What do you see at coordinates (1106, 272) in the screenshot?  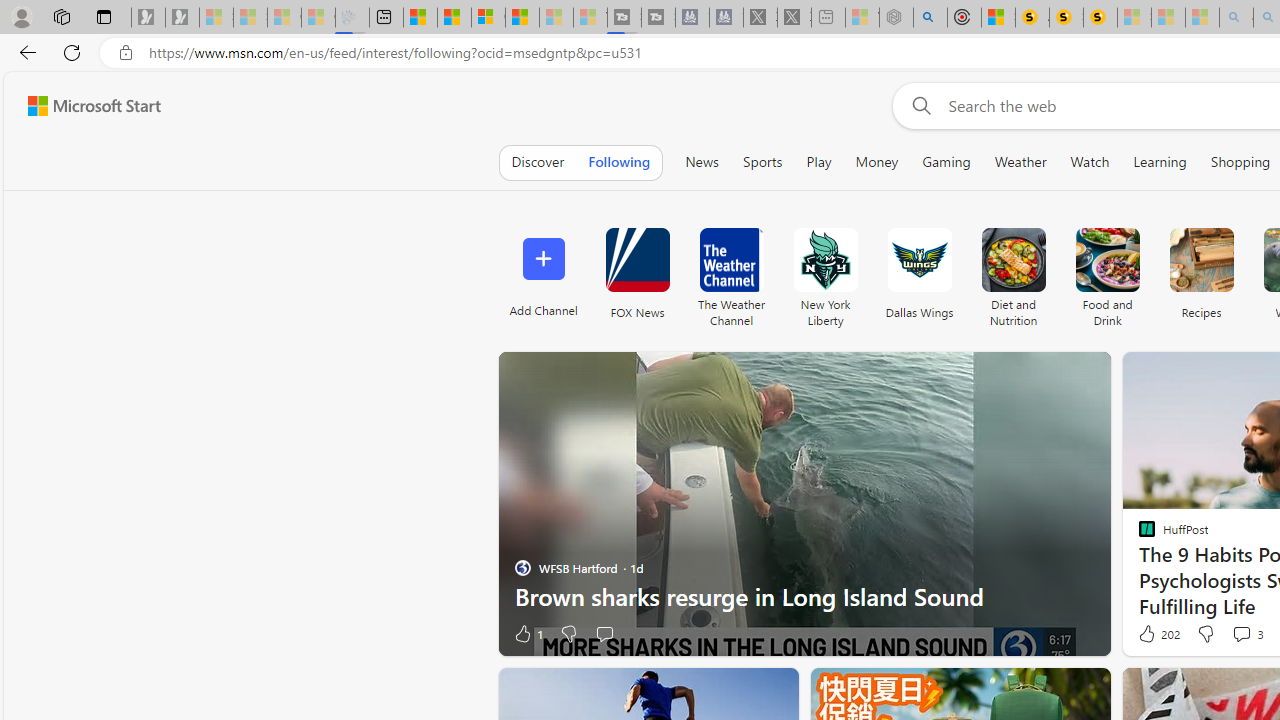 I see `'Food and Drink'` at bounding box center [1106, 272].